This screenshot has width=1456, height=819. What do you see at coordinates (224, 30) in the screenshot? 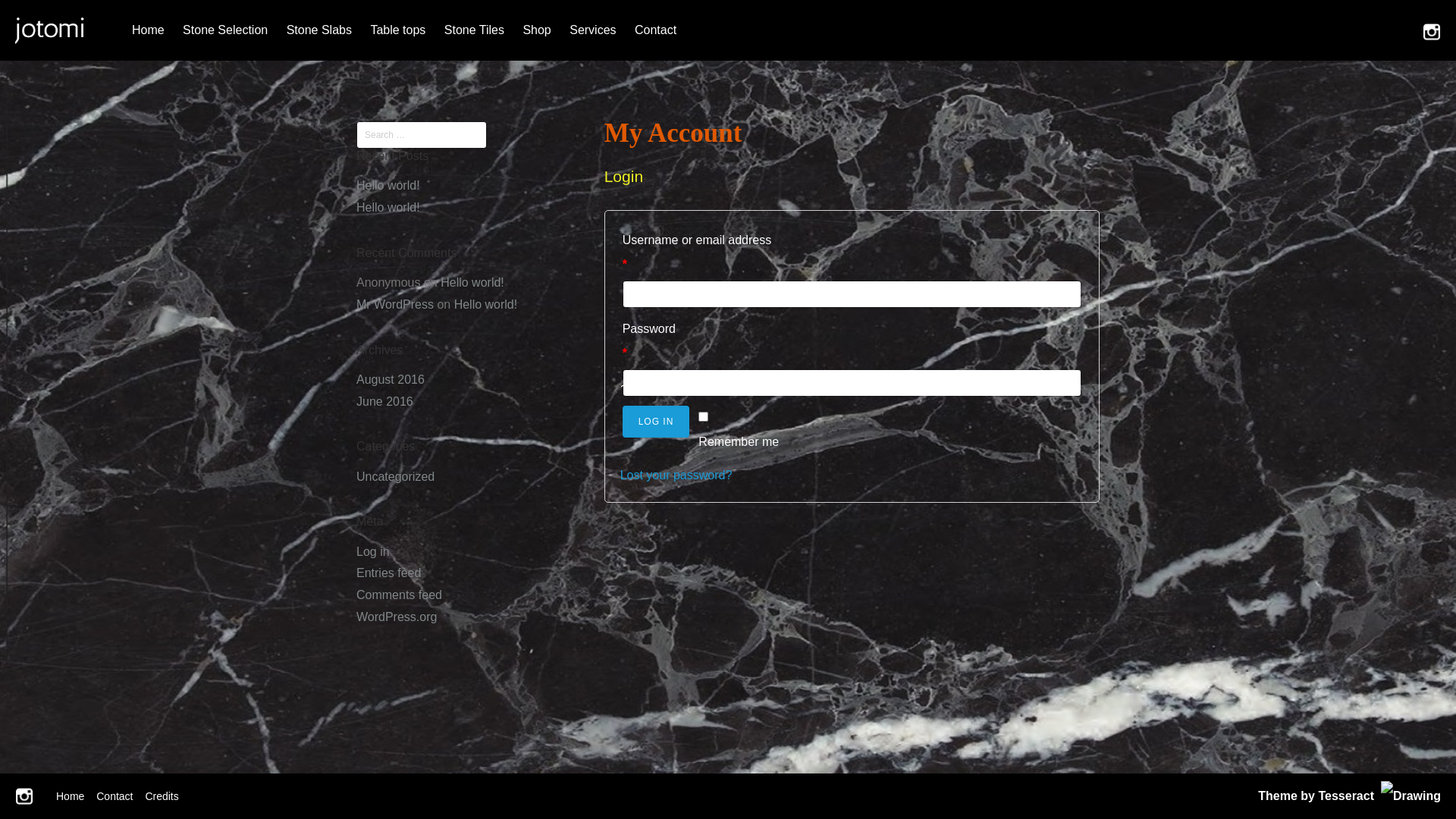
I see `'Stone Selection'` at bounding box center [224, 30].